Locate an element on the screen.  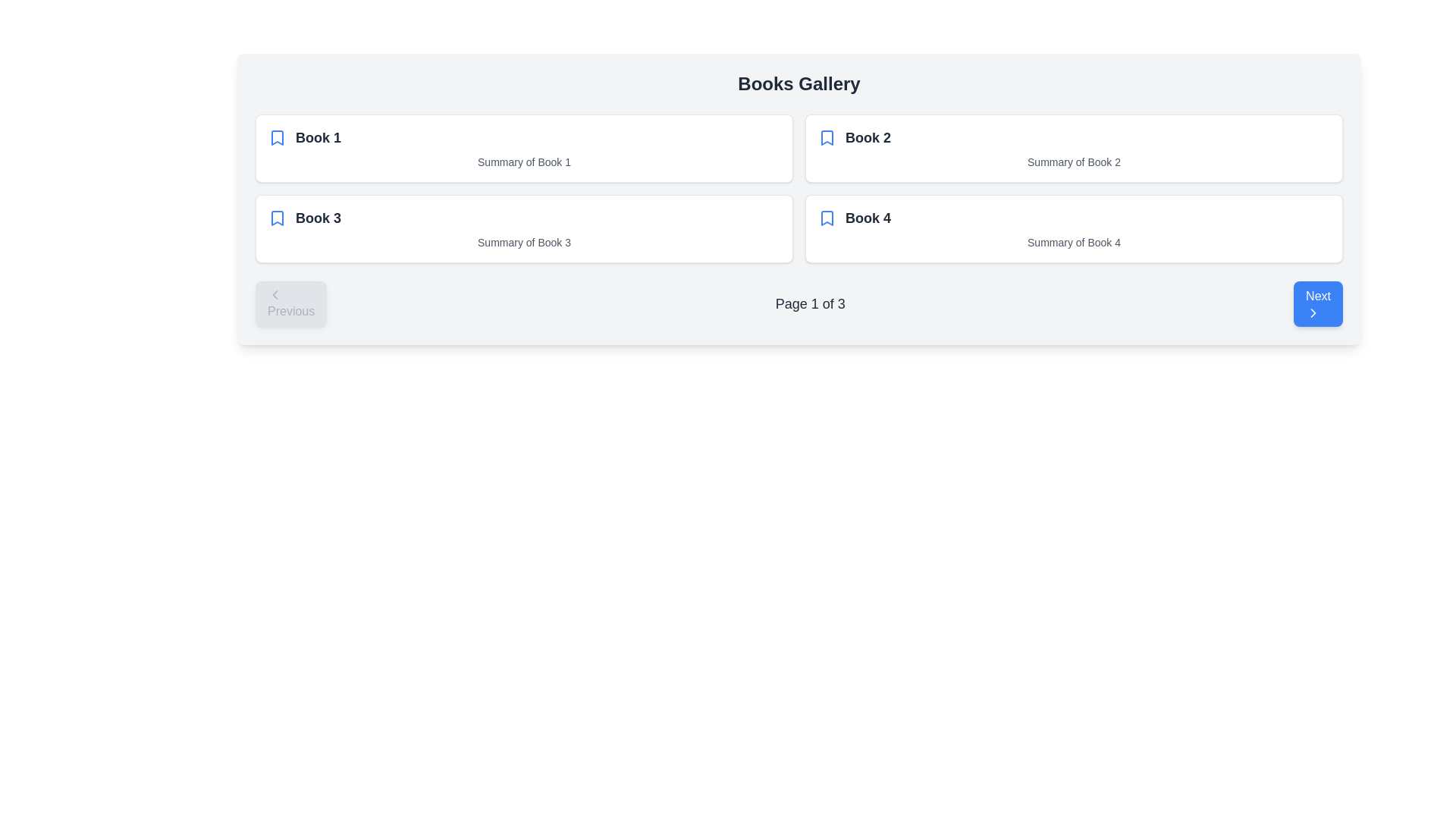
the bookmark icon located adjacent to the title 'Book 2' in the Books Gallery is located at coordinates (826, 137).